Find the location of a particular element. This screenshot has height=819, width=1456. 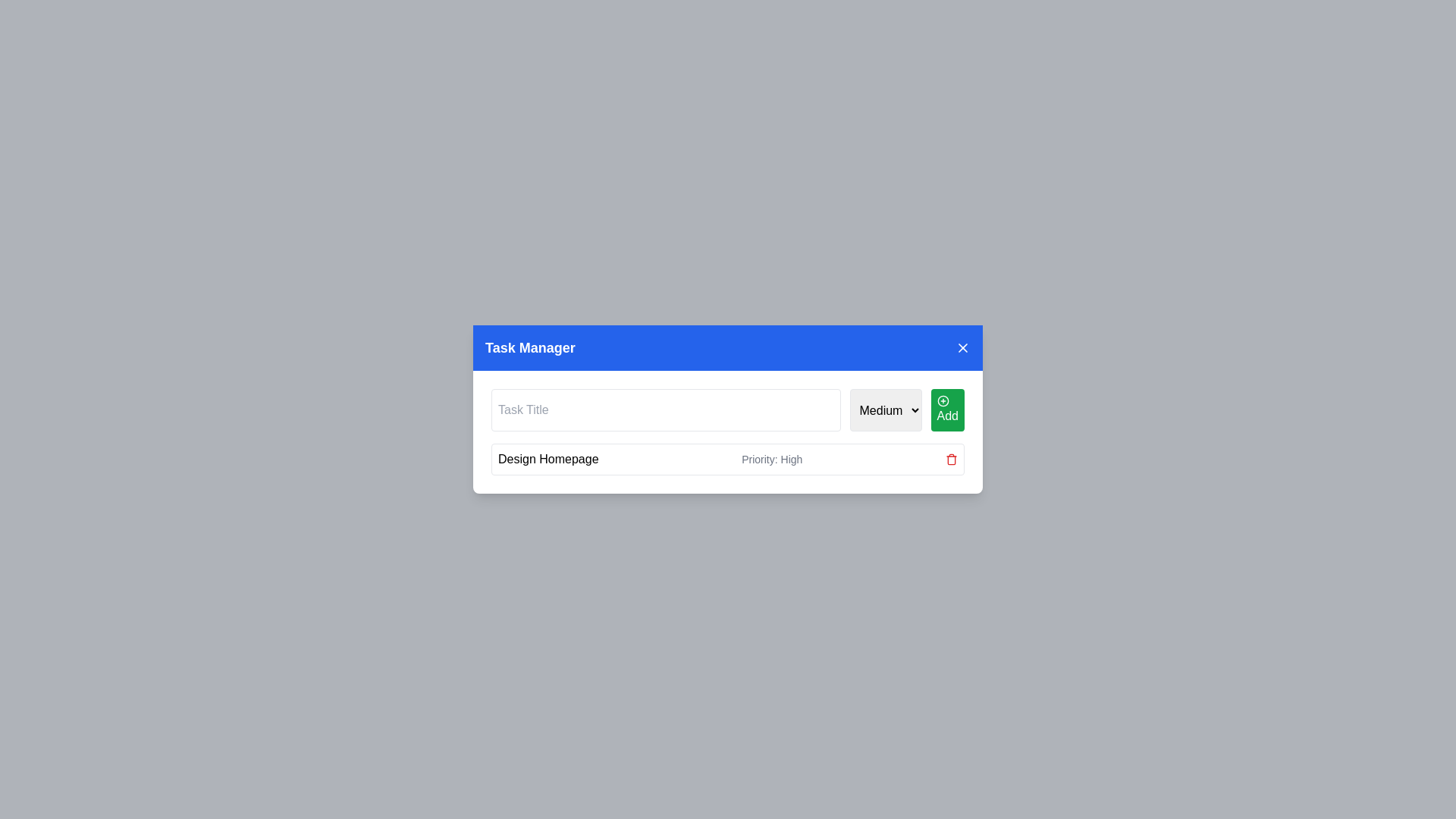

the 'X' button in the top-right corner of the 'Task Manager' bar is located at coordinates (962, 348).